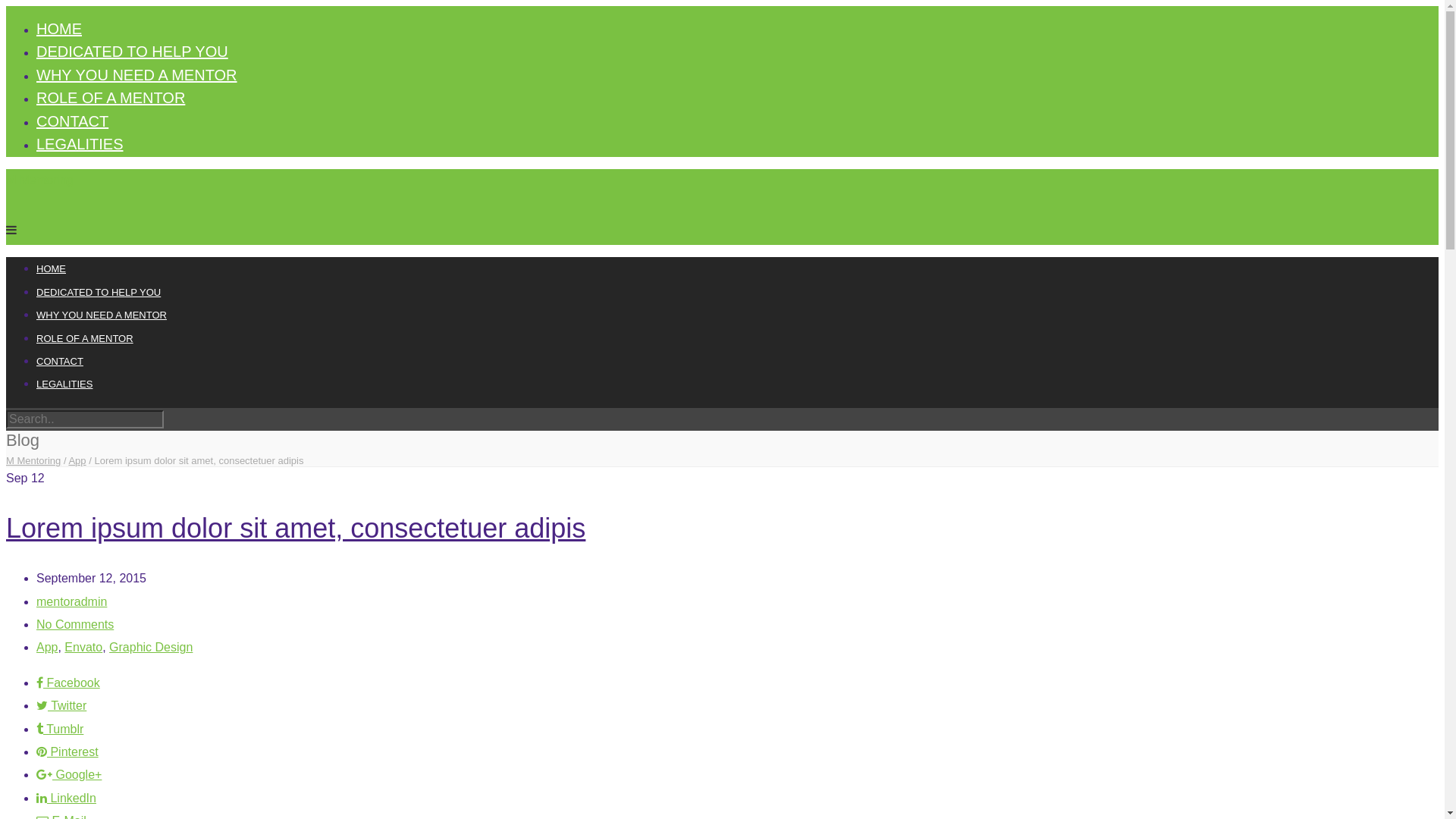 The image size is (1456, 819). What do you see at coordinates (59, 728) in the screenshot?
I see `'Tumblr'` at bounding box center [59, 728].